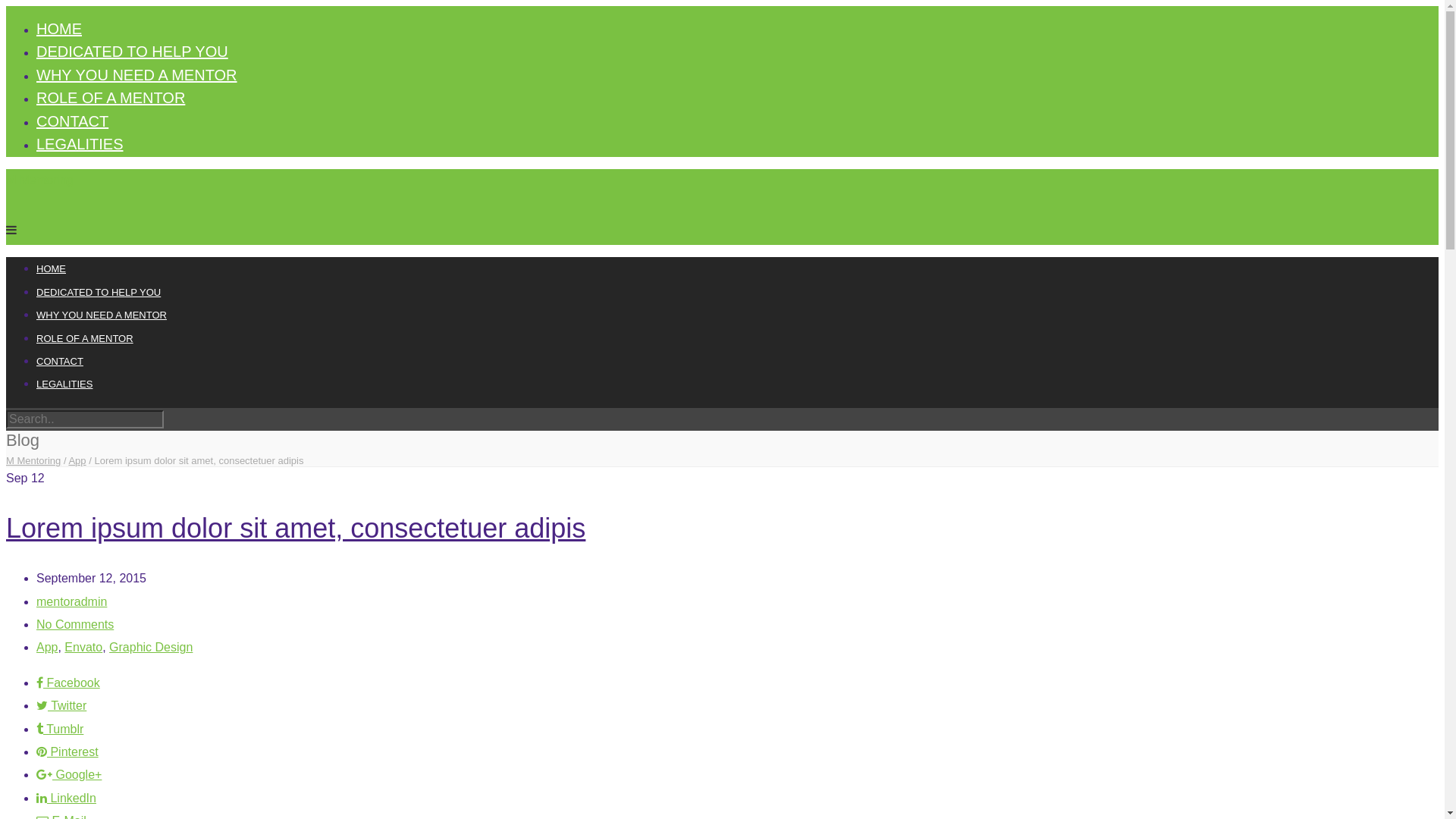 The image size is (1456, 819). What do you see at coordinates (59, 728) in the screenshot?
I see `'Tumblr'` at bounding box center [59, 728].